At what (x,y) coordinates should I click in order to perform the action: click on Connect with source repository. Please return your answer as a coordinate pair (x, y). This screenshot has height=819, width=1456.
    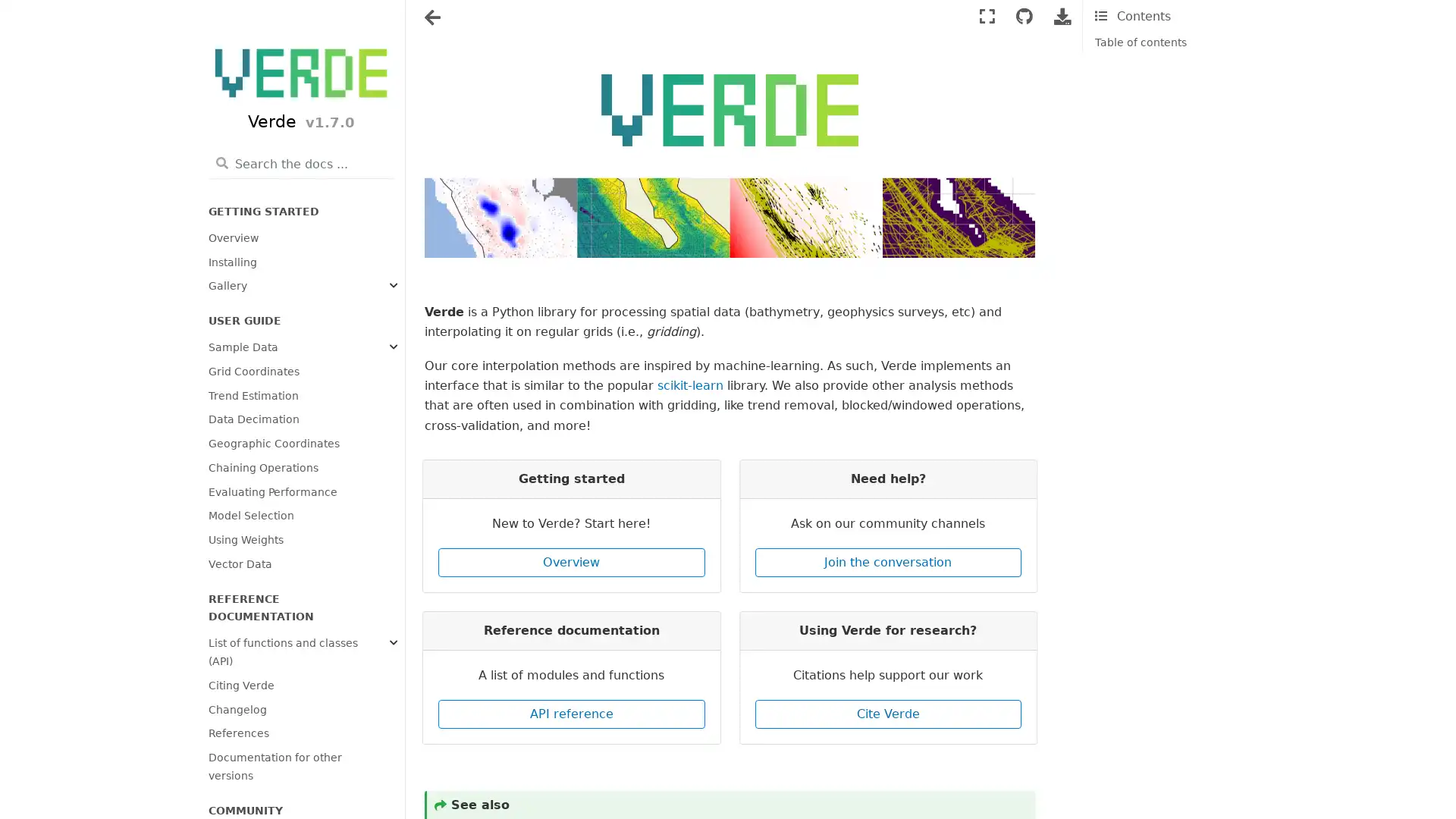
    Looking at the image, I should click on (1023, 17).